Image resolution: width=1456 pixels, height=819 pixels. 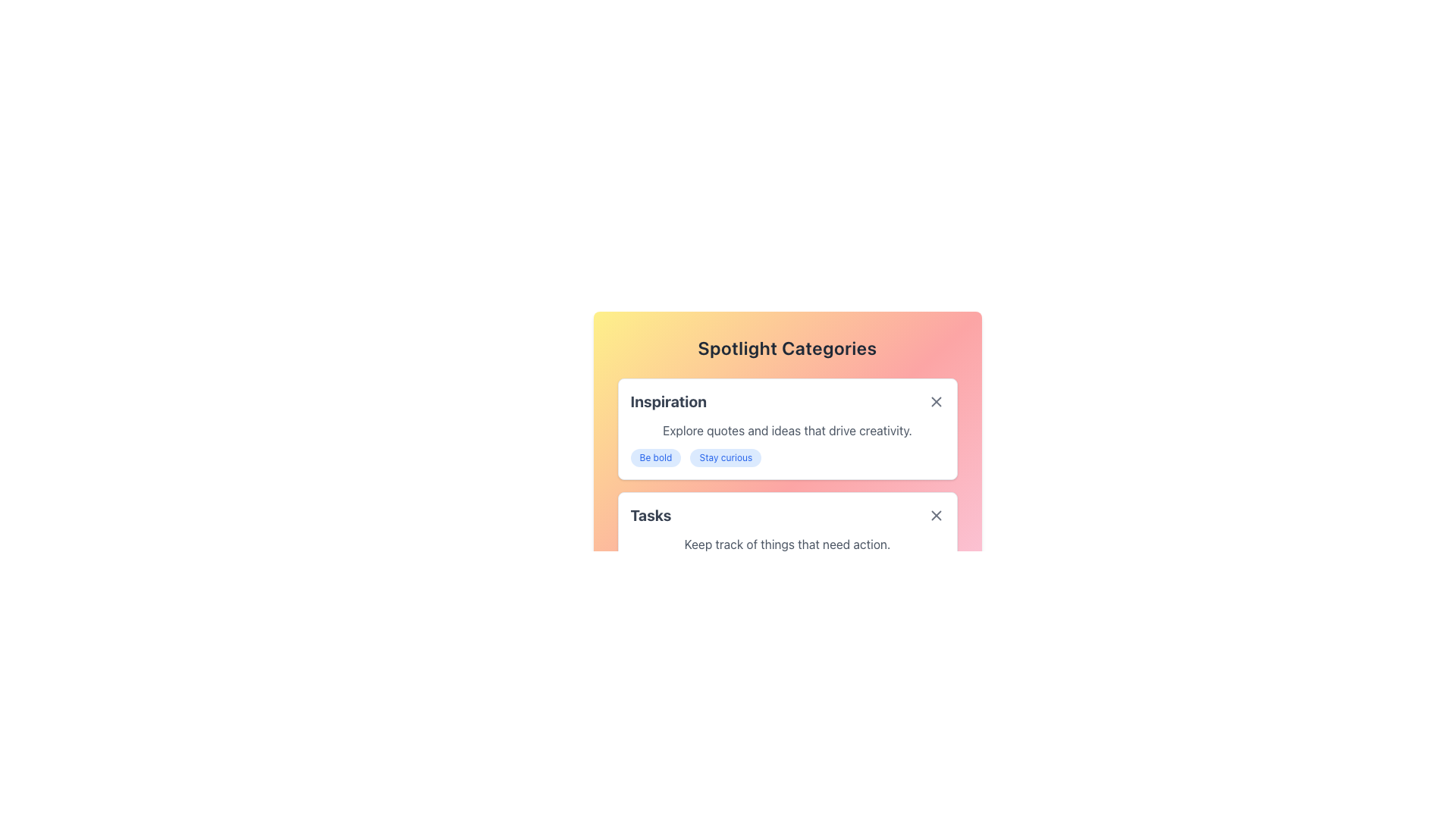 What do you see at coordinates (935, 514) in the screenshot?
I see `the small interactive 'X' icon located at the far right of the row containing the 'Tasks' title` at bounding box center [935, 514].